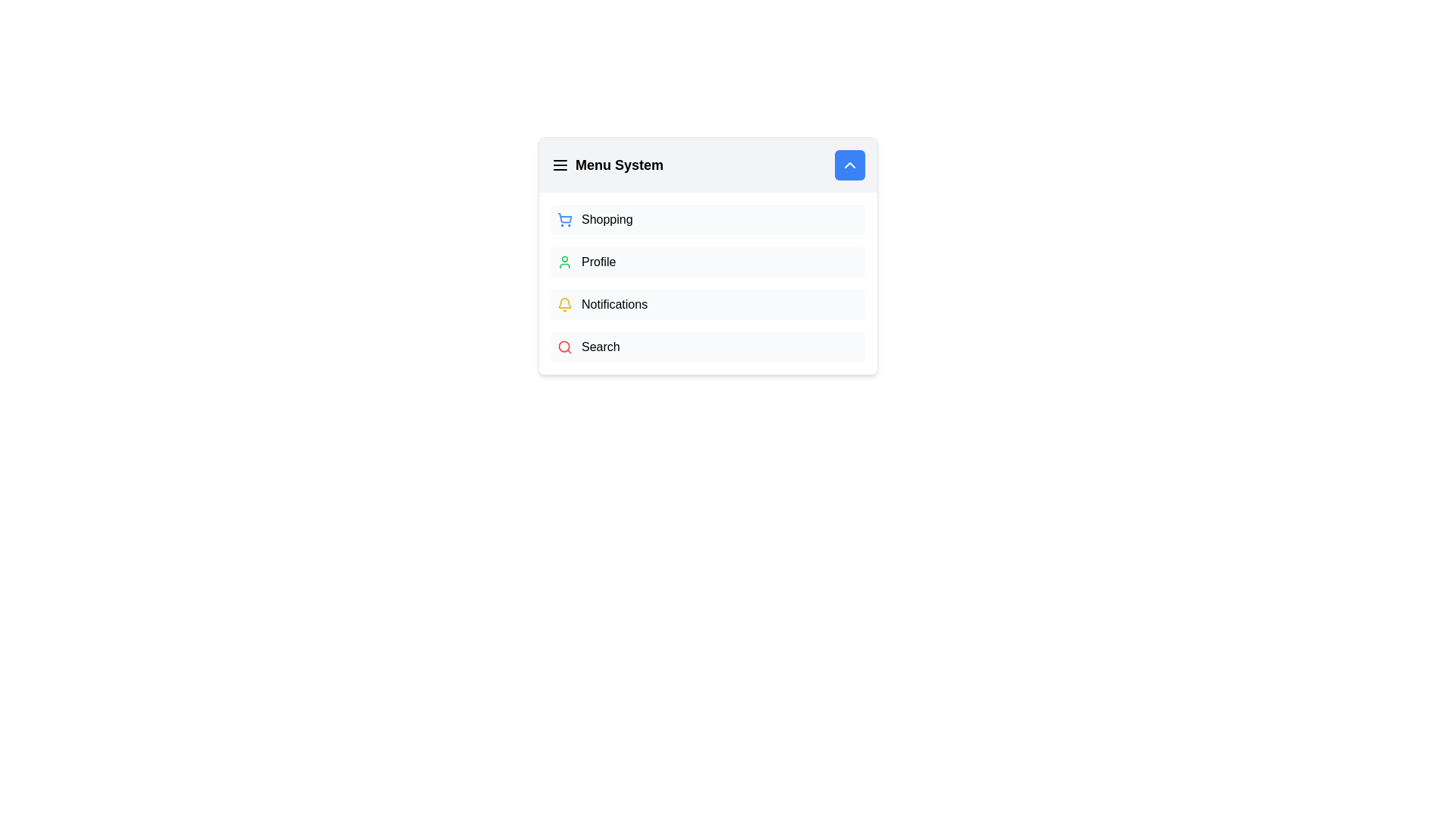 This screenshot has width=1456, height=819. What do you see at coordinates (563, 219) in the screenshot?
I see `the blue shopping cart icon at the start of the 'Shopping' menu list item` at bounding box center [563, 219].